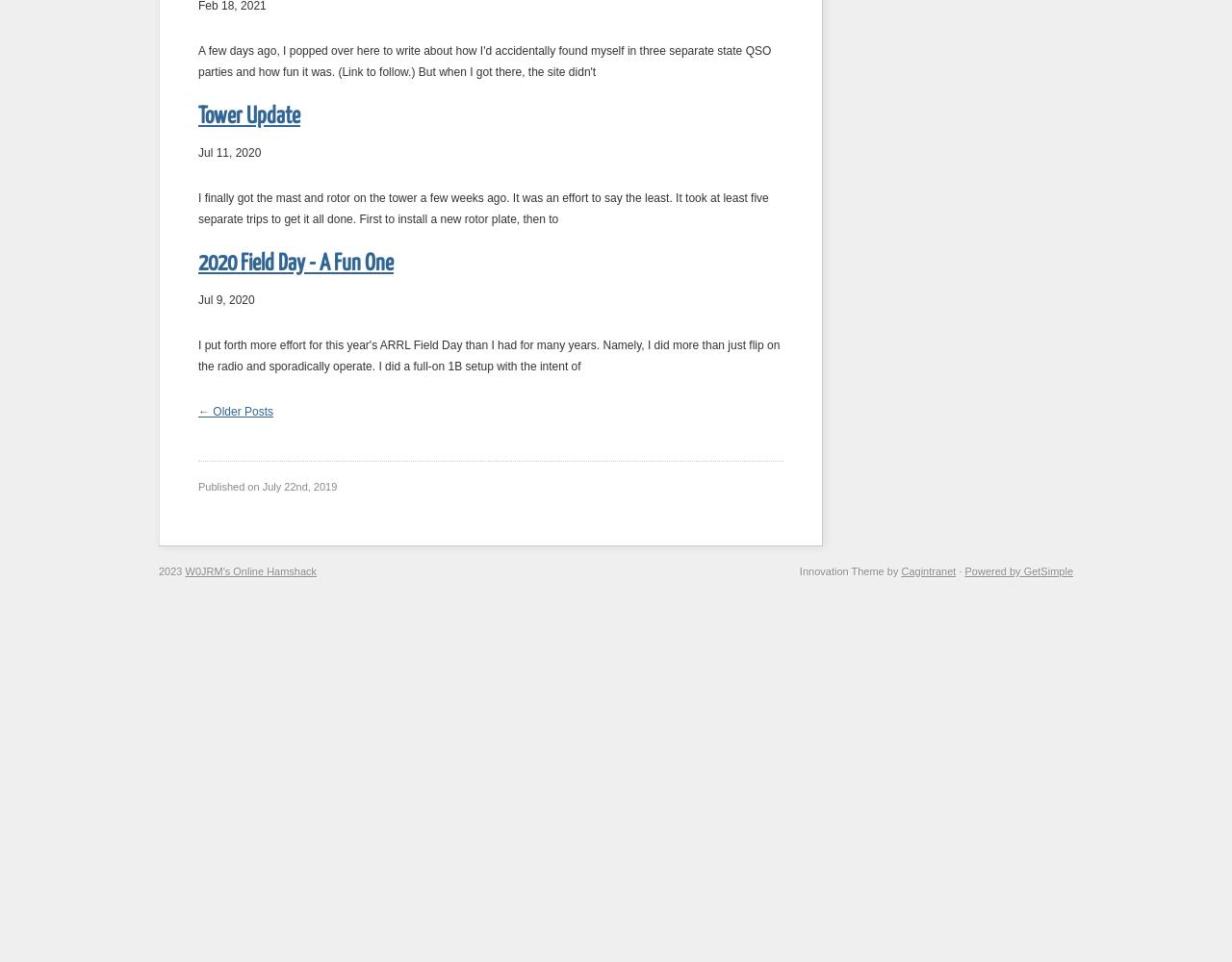  I want to click on '2020 Field Day - A Fun One', so click(295, 264).